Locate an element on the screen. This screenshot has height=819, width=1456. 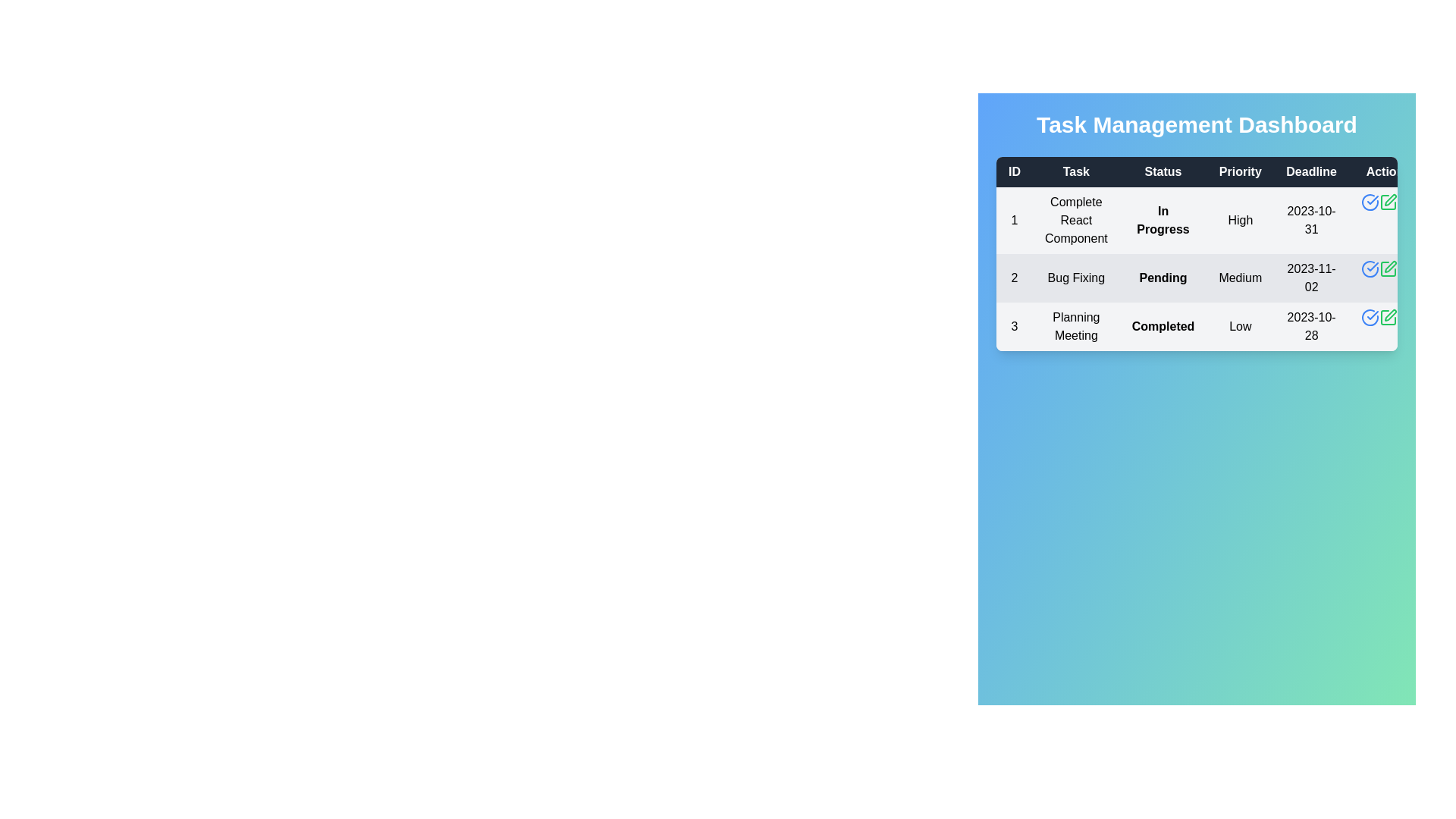
the edit button for task 3 is located at coordinates (1387, 317).